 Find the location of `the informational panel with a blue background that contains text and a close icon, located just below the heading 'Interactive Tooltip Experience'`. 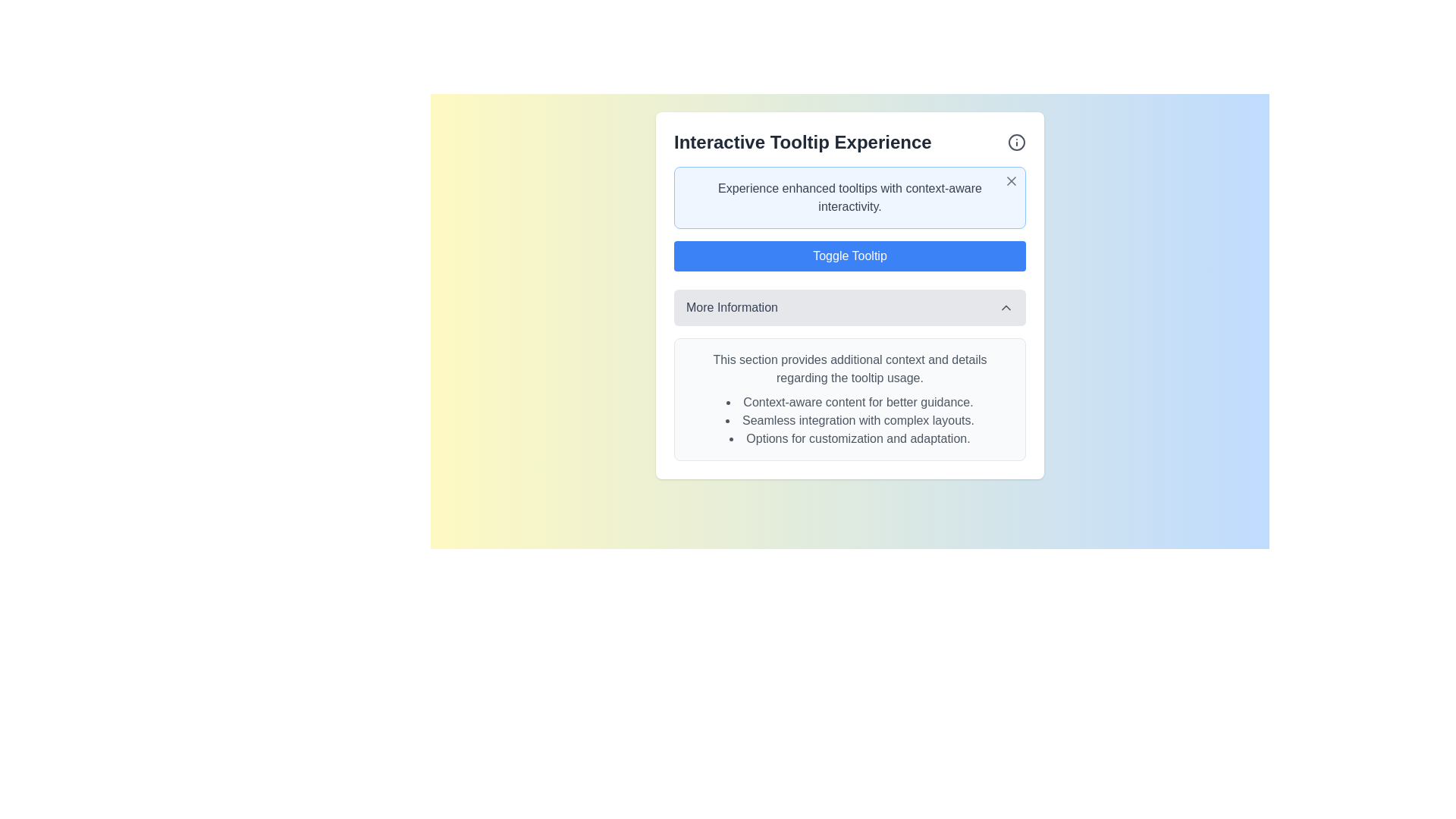

the informational panel with a blue background that contains text and a close icon, located just below the heading 'Interactive Tooltip Experience' is located at coordinates (850, 197).